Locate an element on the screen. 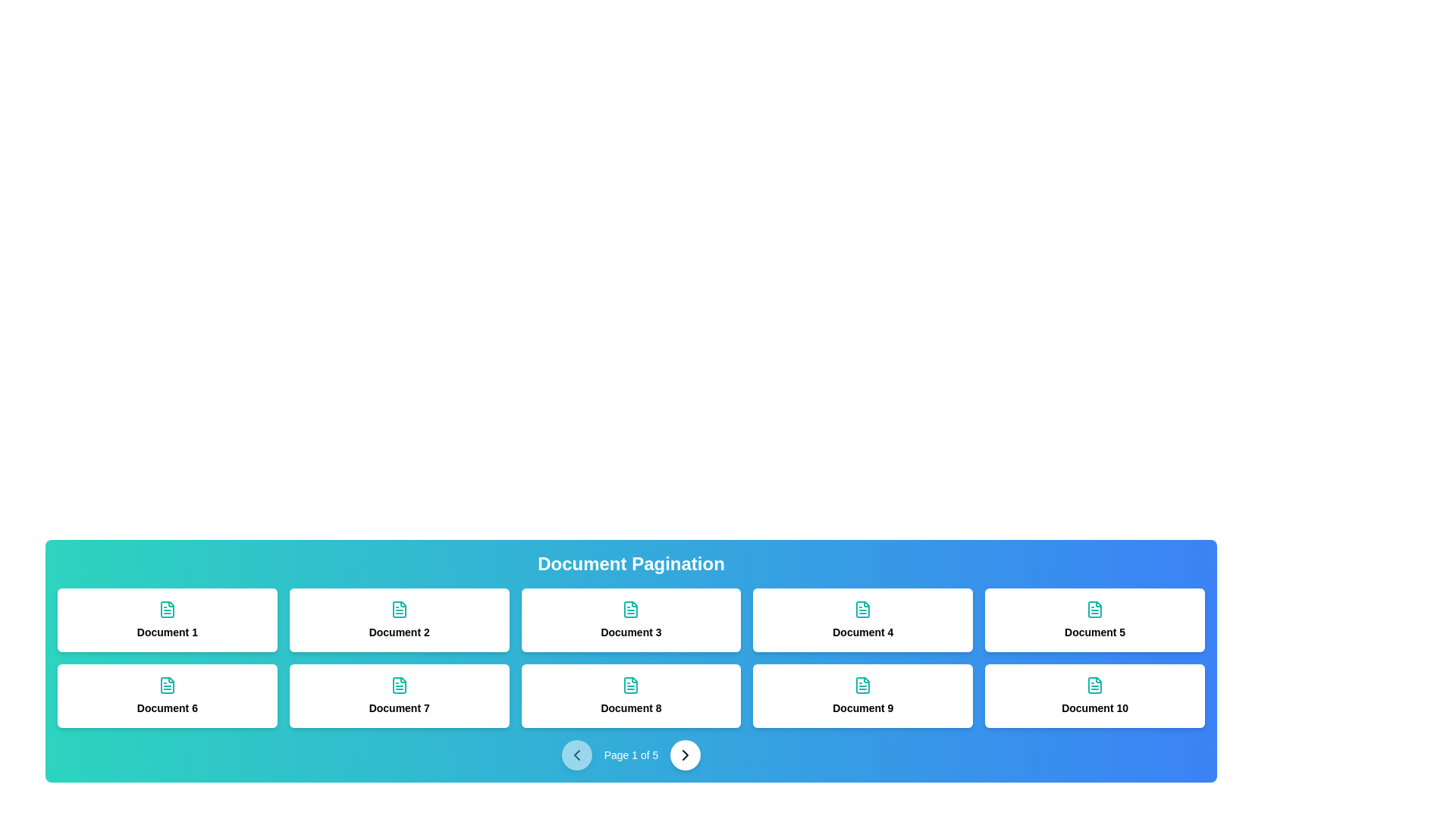 This screenshot has width=1456, height=819. the text label displaying the current page number and total number of pages, which is styled with a small white font and located centrally between the 'previous' and 'next' navigation buttons in the pagination section at the bottom of the layout is located at coordinates (631, 755).